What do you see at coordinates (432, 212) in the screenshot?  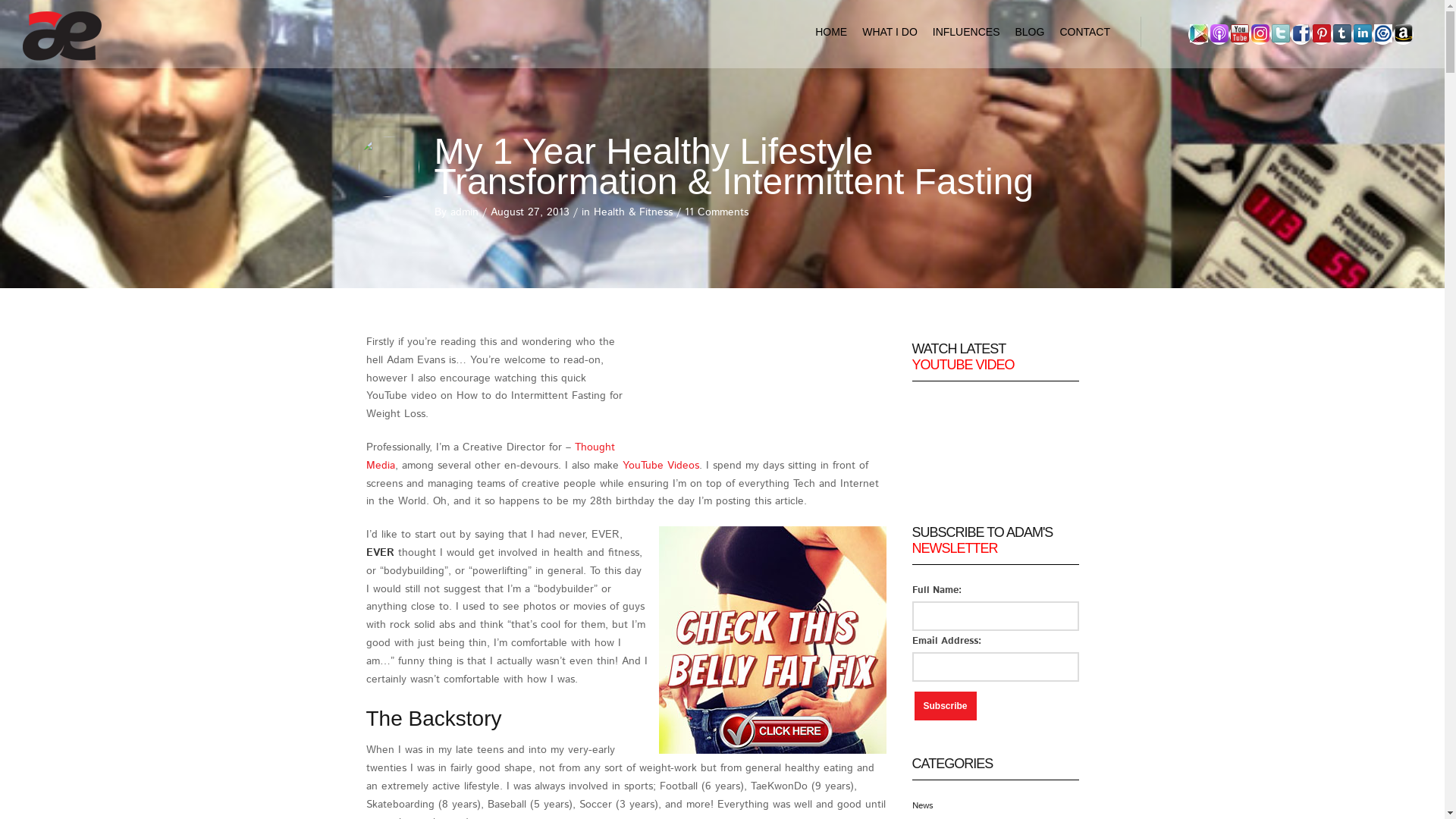 I see `'By admin'` at bounding box center [432, 212].